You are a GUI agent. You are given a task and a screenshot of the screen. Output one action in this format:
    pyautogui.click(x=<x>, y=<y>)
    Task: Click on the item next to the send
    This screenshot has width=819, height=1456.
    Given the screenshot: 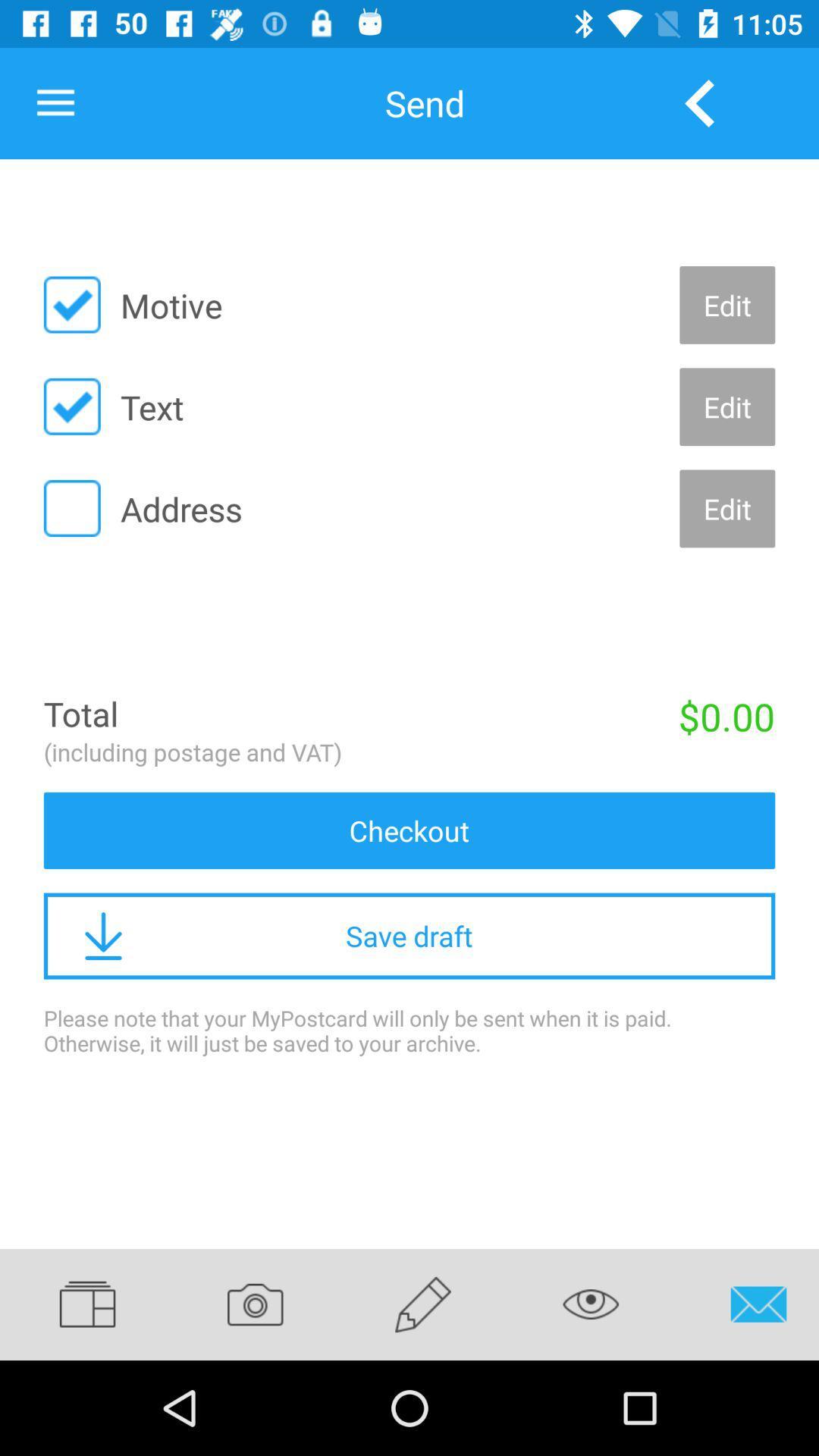 What is the action you would take?
    pyautogui.click(x=55, y=102)
    